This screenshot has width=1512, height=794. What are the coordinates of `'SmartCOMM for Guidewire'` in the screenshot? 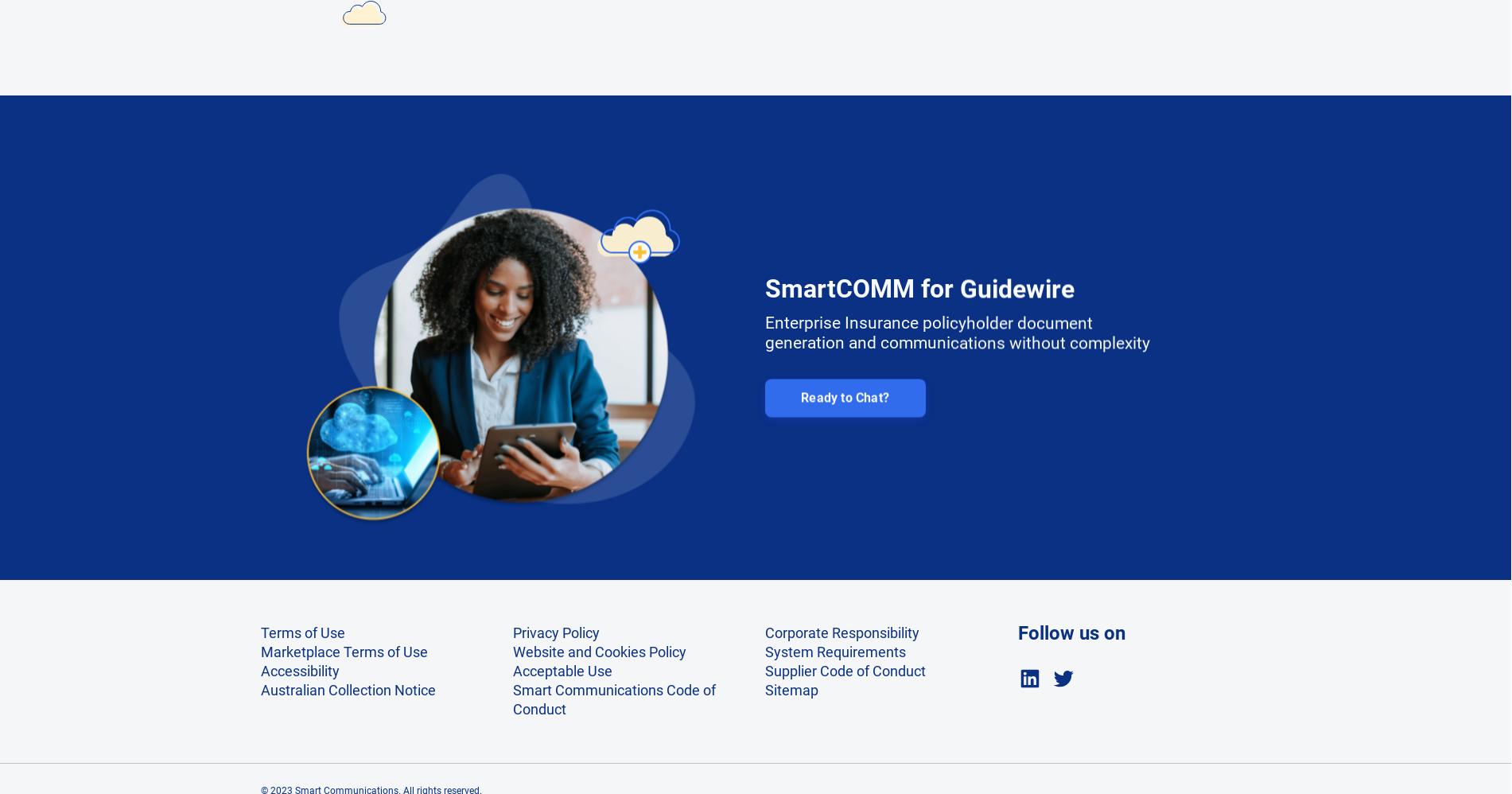 It's located at (918, 278).